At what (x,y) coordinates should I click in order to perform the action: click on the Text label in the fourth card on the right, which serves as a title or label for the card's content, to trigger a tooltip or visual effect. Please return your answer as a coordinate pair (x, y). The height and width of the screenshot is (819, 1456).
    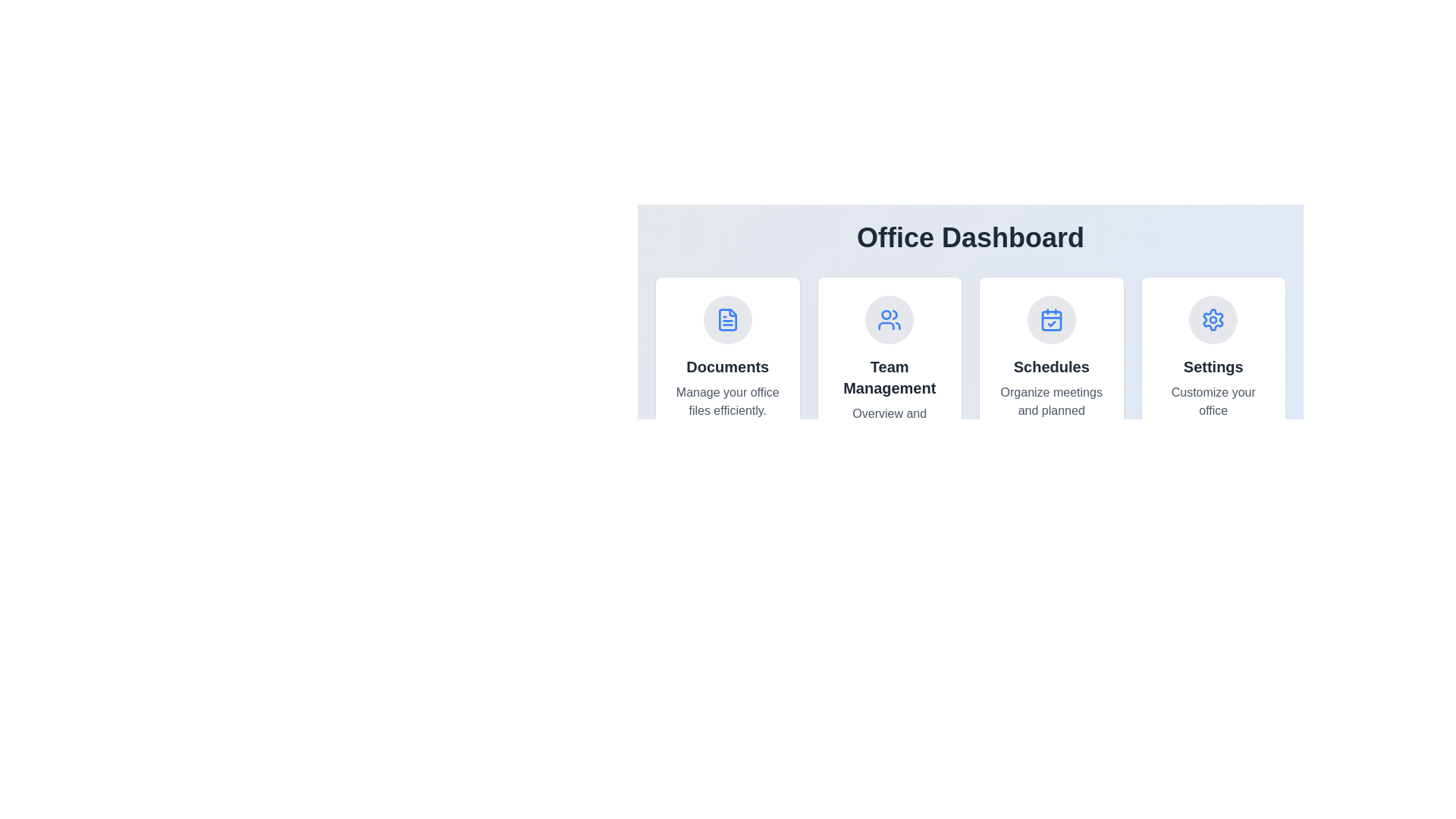
    Looking at the image, I should click on (1213, 366).